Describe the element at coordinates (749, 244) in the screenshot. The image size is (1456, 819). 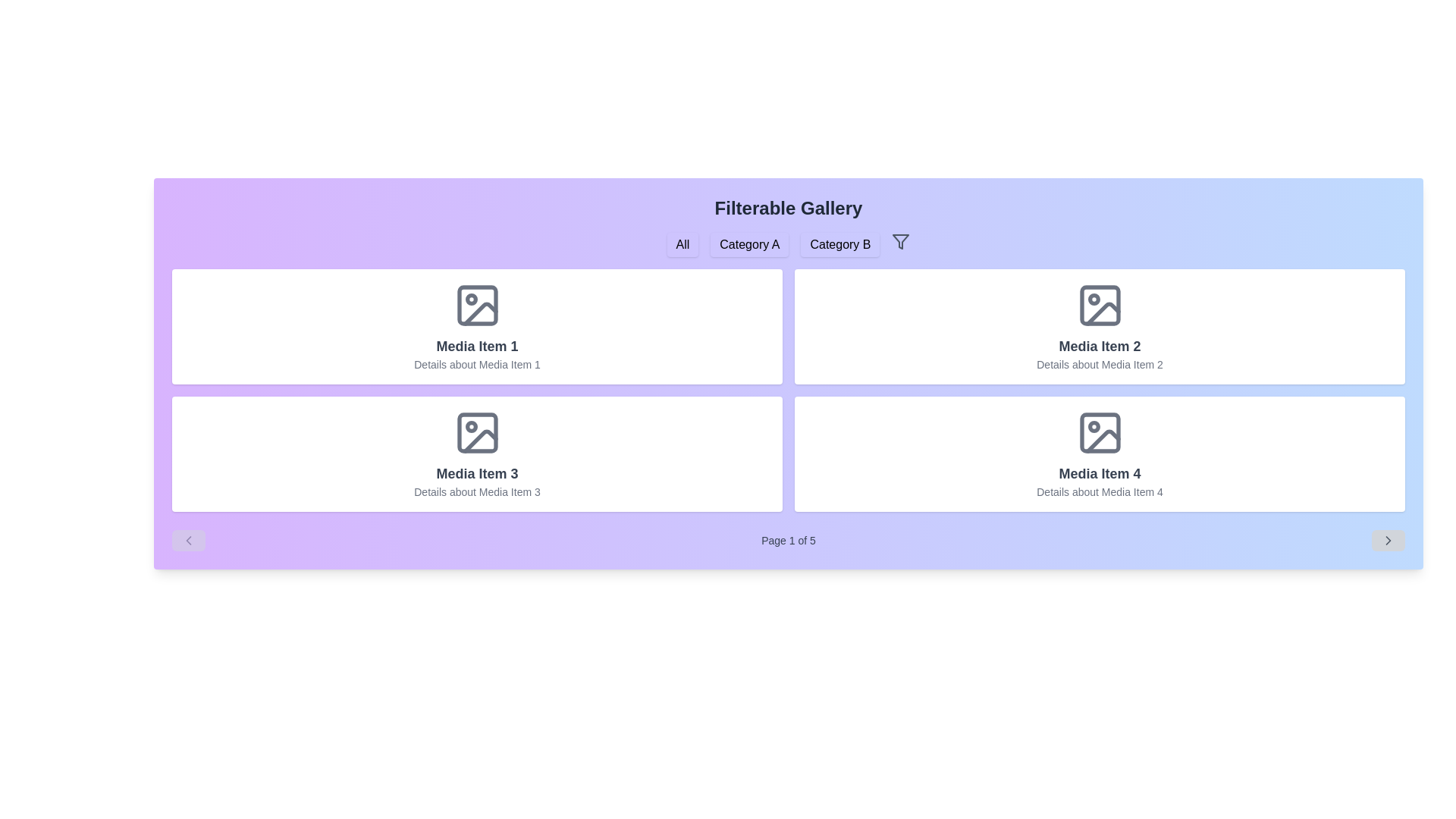
I see `the filter button for 'Category A' located between the 'All' button and the 'Category B' button in the media gallery` at that location.